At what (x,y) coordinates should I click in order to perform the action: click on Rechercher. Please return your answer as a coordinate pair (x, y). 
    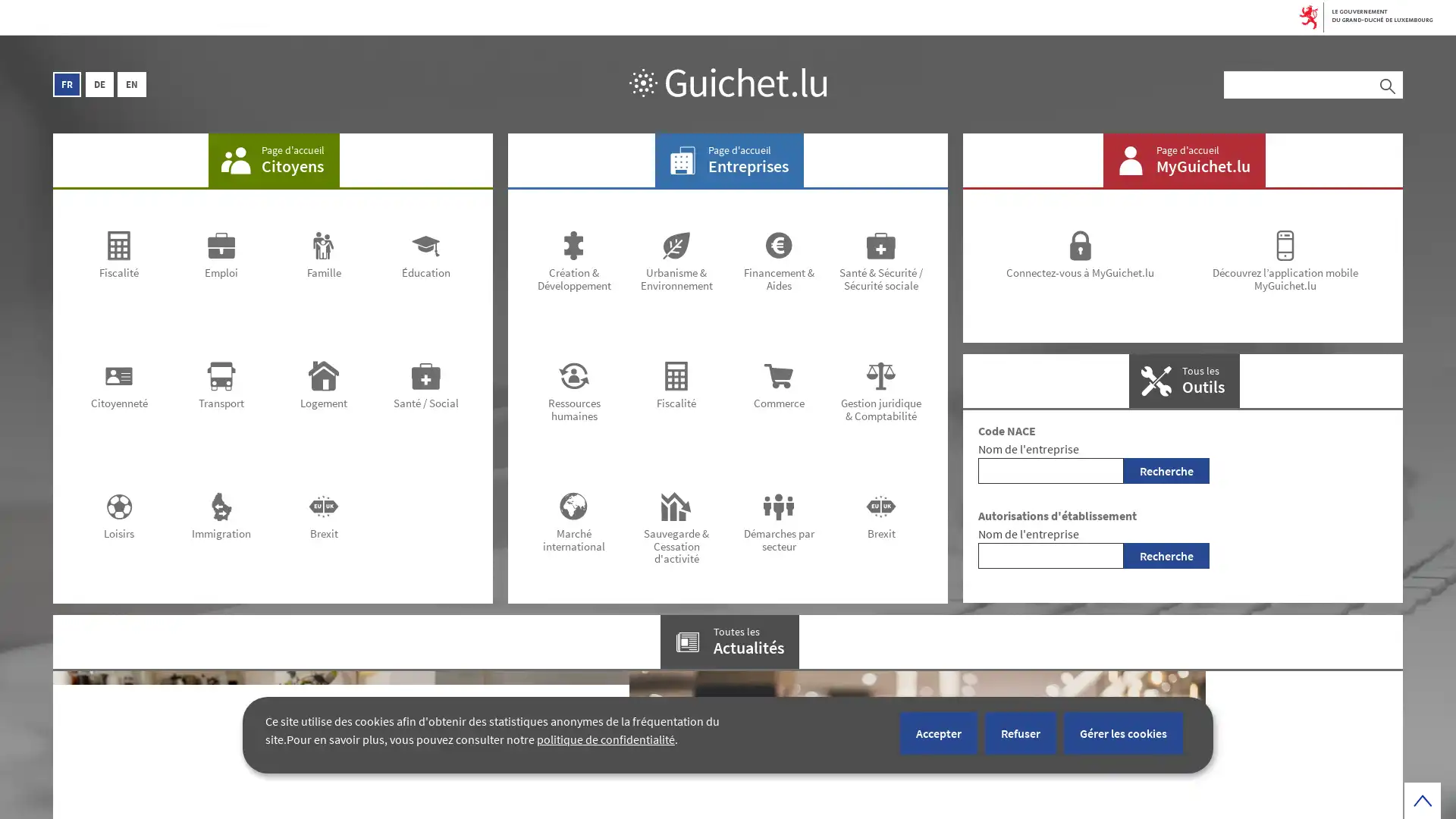
    Looking at the image, I should click on (1386, 84).